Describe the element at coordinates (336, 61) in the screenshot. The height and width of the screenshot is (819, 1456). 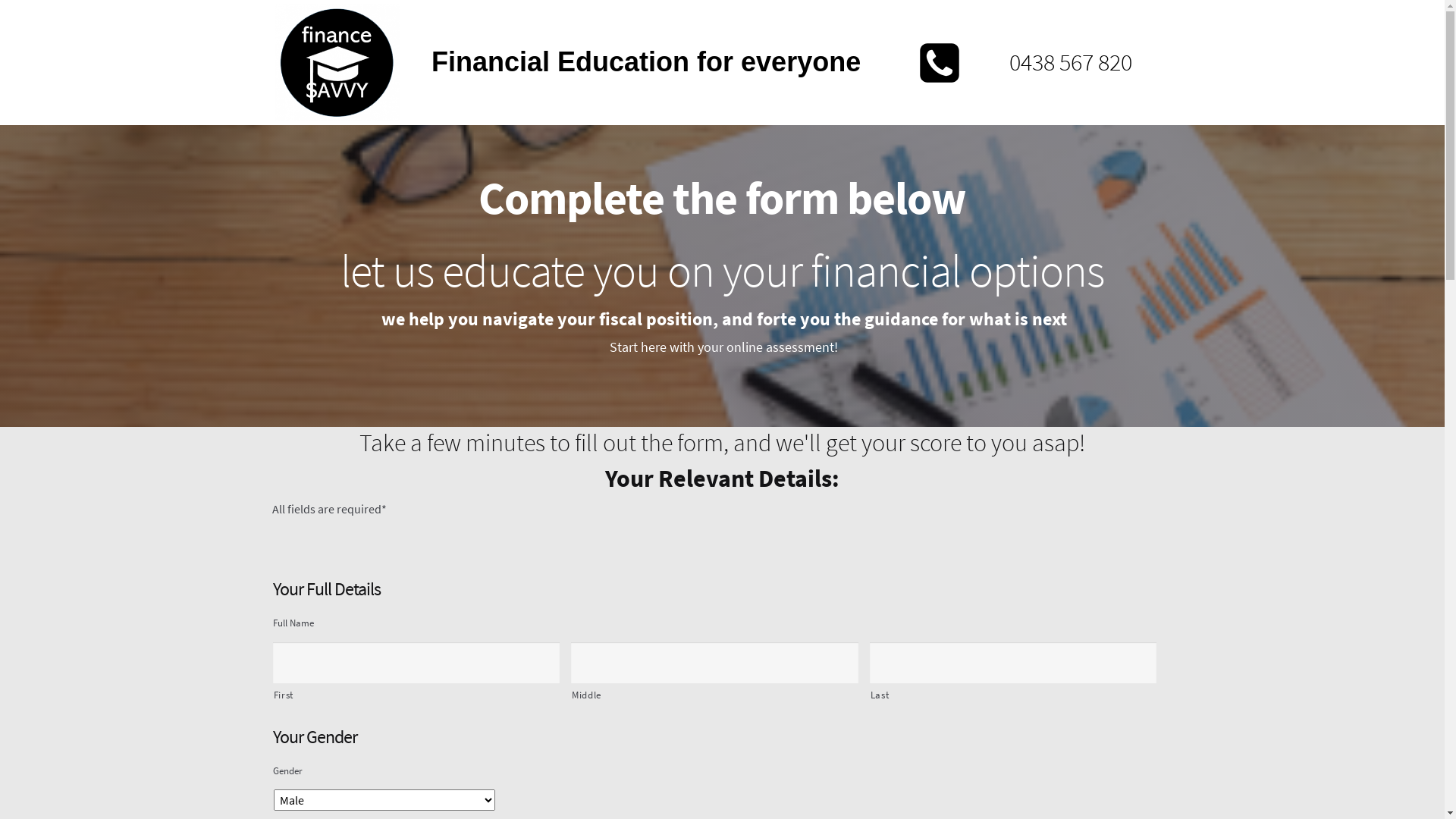
I see `'Finance-Savvy-Logo'` at that location.